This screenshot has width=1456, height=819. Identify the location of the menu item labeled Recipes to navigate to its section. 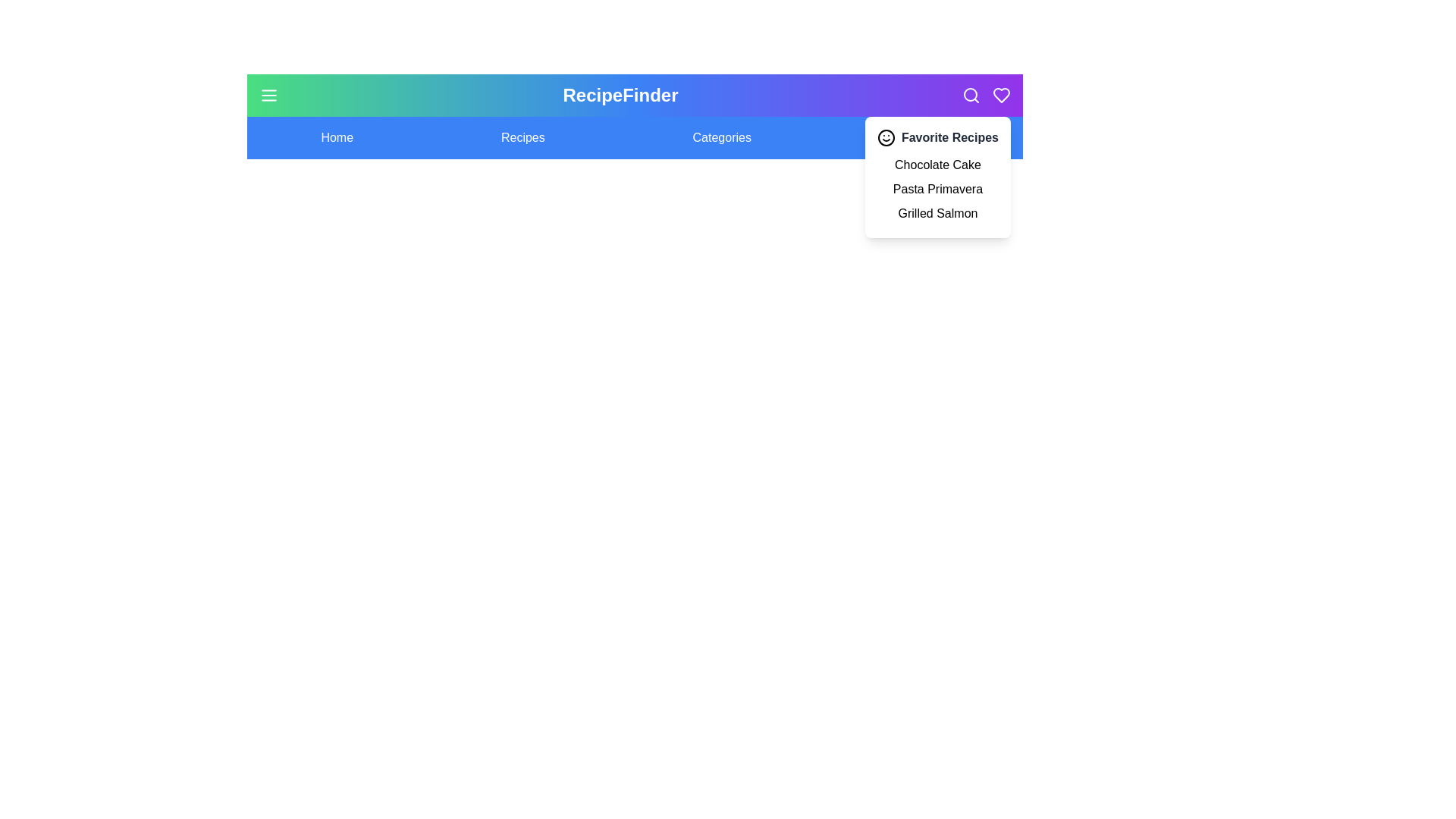
(522, 137).